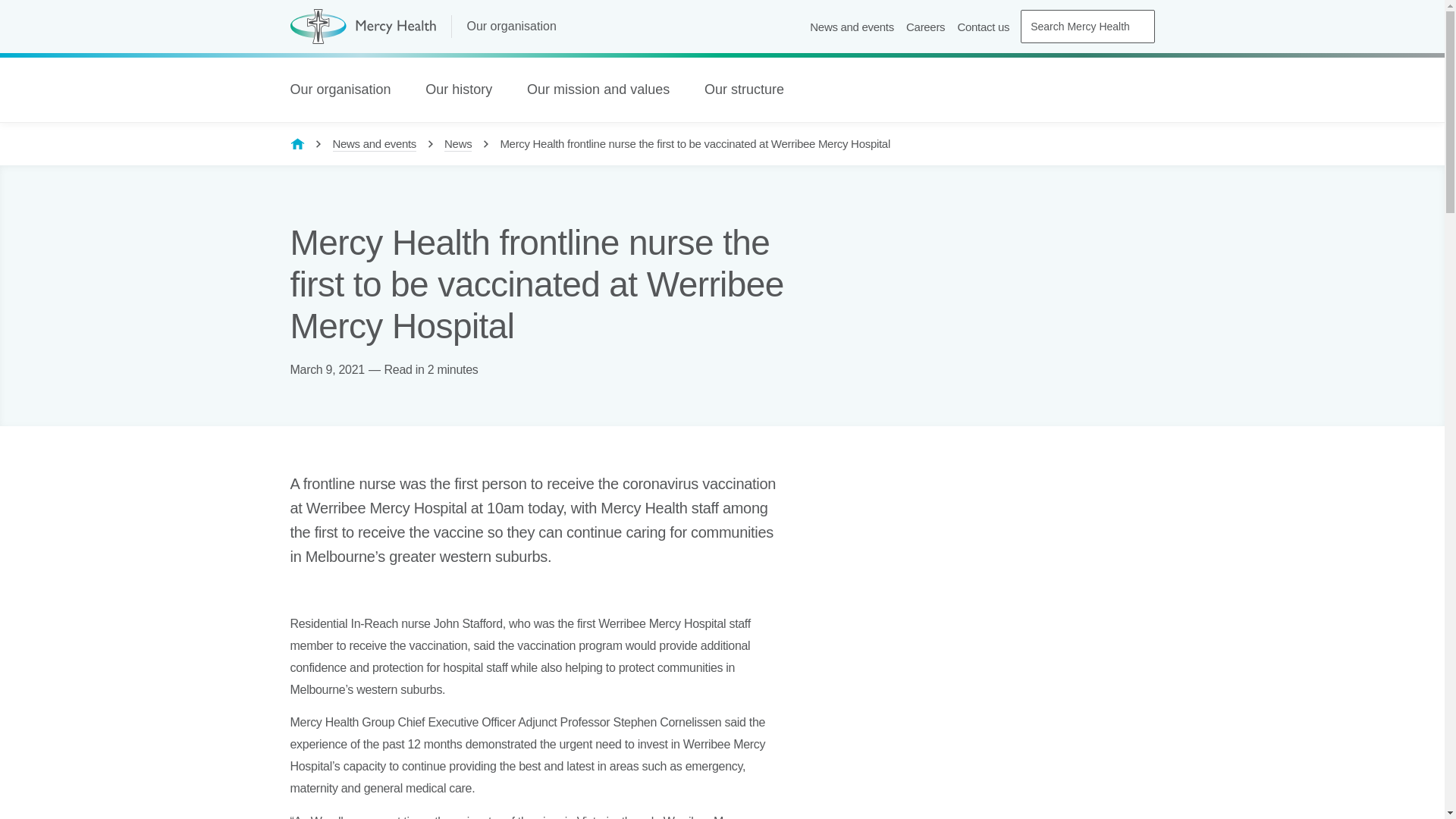  Describe the element at coordinates (924, 26) in the screenshot. I see `'Careers'` at that location.